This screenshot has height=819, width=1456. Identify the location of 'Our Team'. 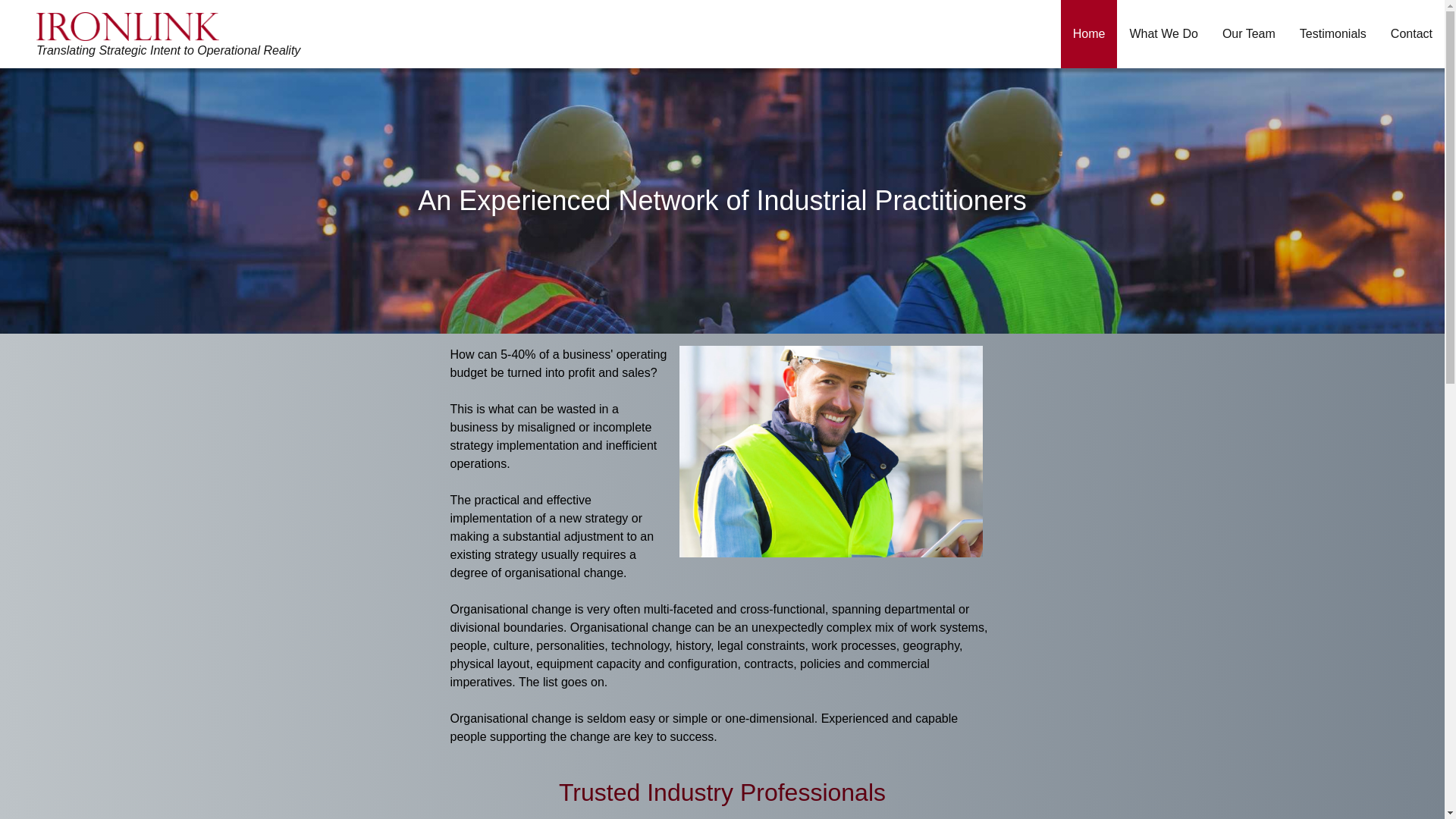
(1248, 34).